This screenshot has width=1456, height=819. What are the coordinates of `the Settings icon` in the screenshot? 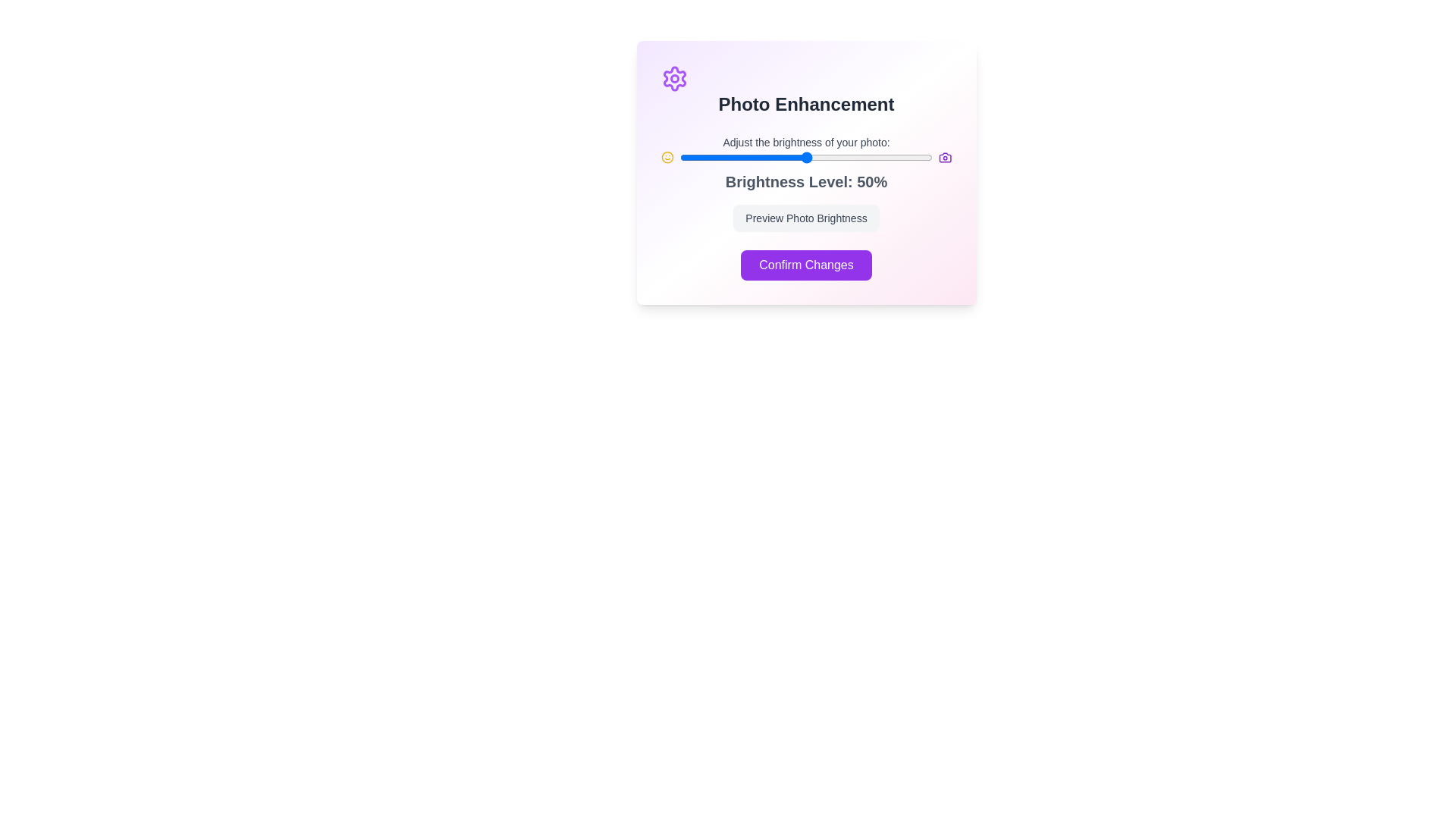 It's located at (673, 79).